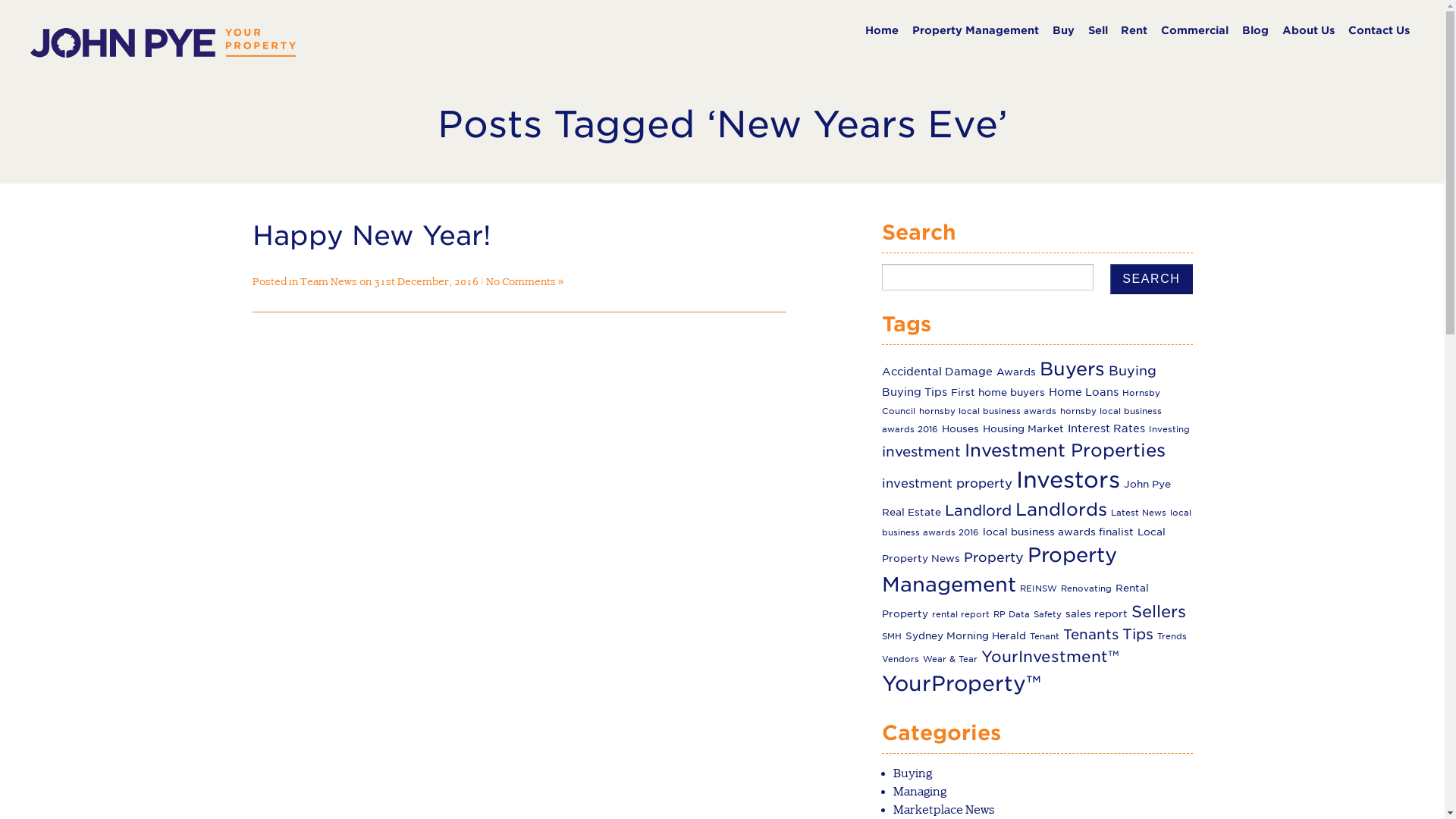  I want to click on 'Buying Tips', so click(913, 391).